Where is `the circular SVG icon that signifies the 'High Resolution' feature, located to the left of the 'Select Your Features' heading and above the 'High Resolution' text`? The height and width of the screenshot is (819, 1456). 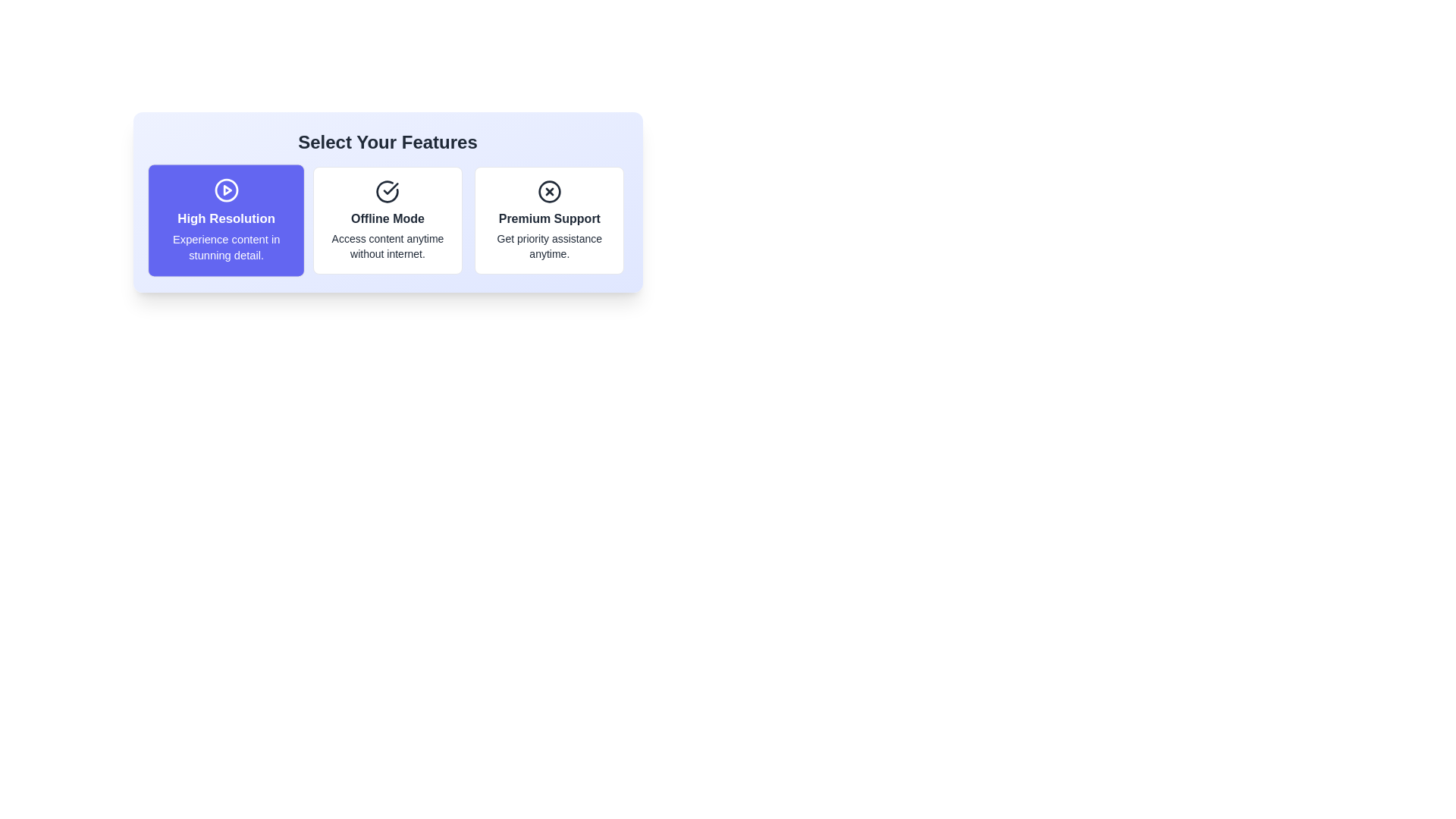 the circular SVG icon that signifies the 'High Resolution' feature, located to the left of the 'Select Your Features' heading and above the 'High Resolution' text is located at coordinates (225, 190).